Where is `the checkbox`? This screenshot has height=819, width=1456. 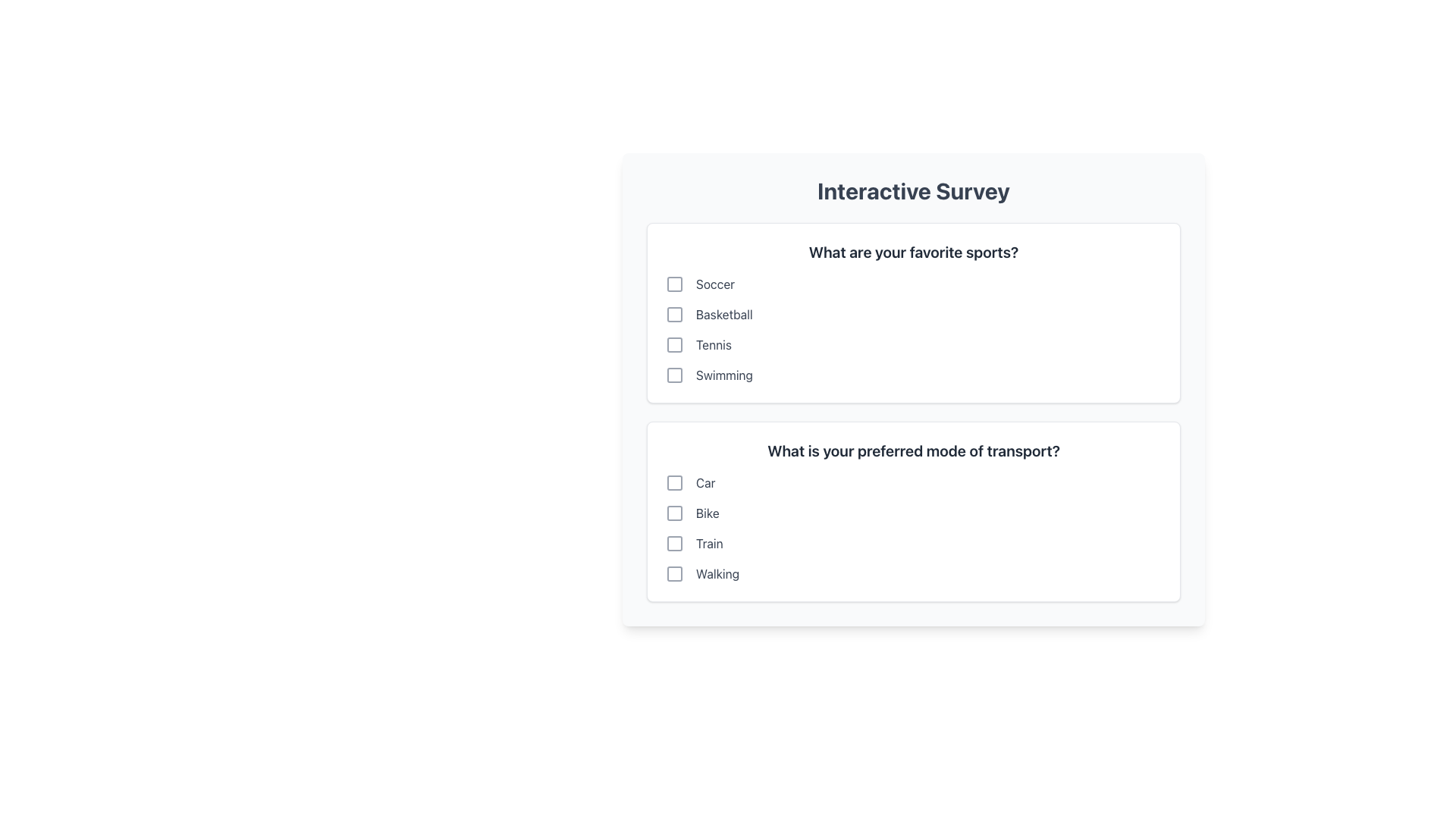
the checkbox is located at coordinates (673, 513).